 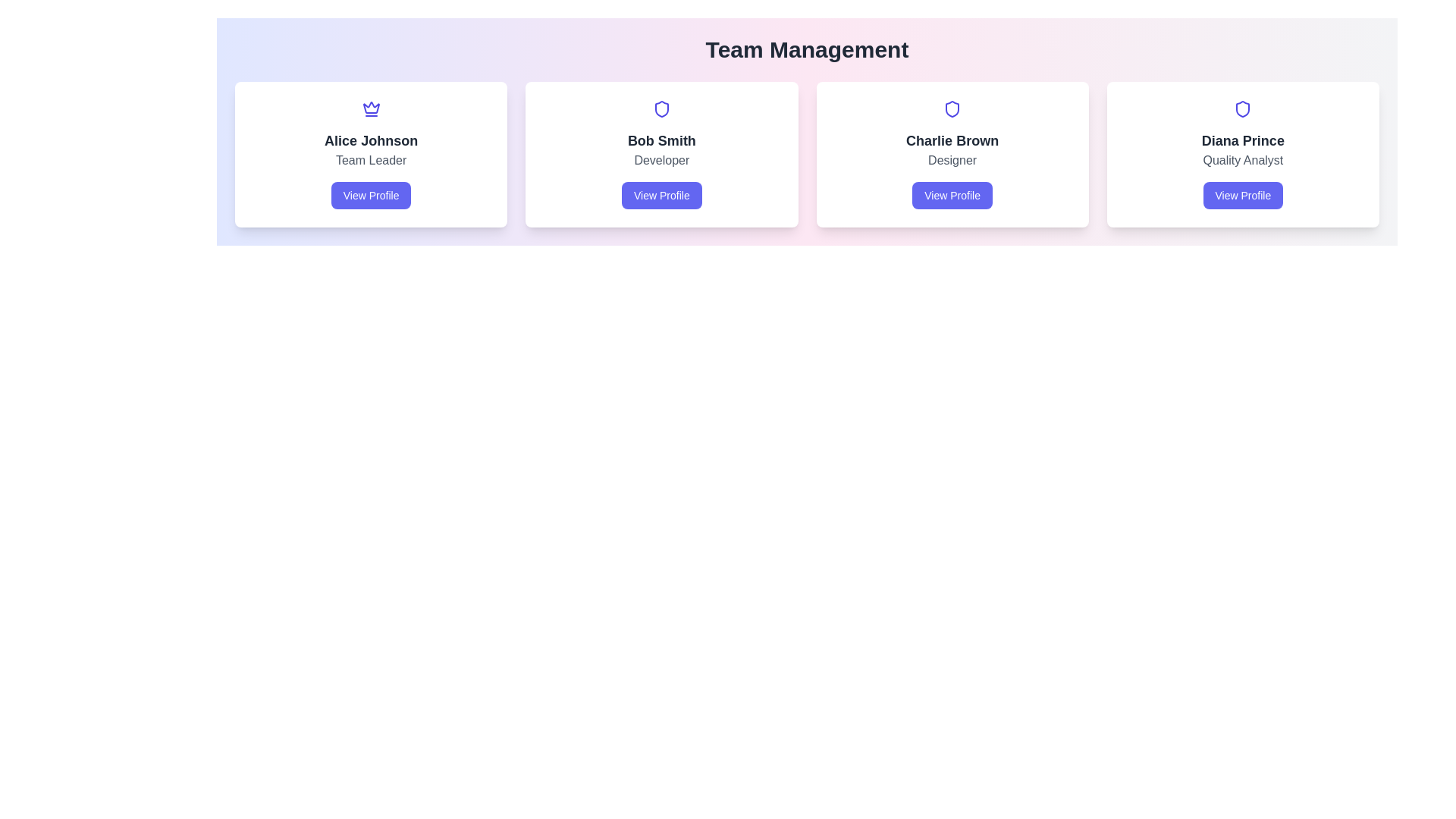 What do you see at coordinates (661, 140) in the screenshot?
I see `the text label that identifies the individual represented by the second card in a row of four cards, located above the title 'Developer' and below the role icon` at bounding box center [661, 140].